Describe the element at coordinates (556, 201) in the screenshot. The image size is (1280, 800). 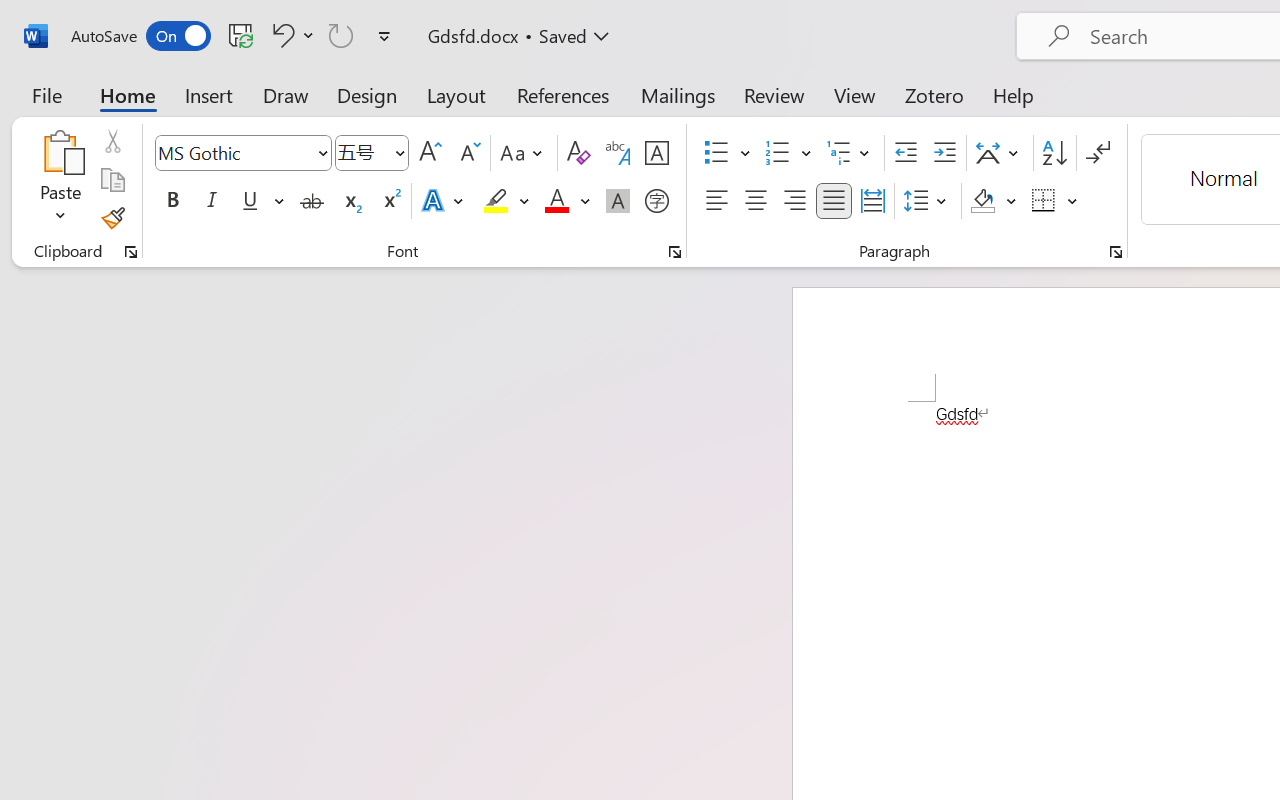
I see `'Font Color Red'` at that location.